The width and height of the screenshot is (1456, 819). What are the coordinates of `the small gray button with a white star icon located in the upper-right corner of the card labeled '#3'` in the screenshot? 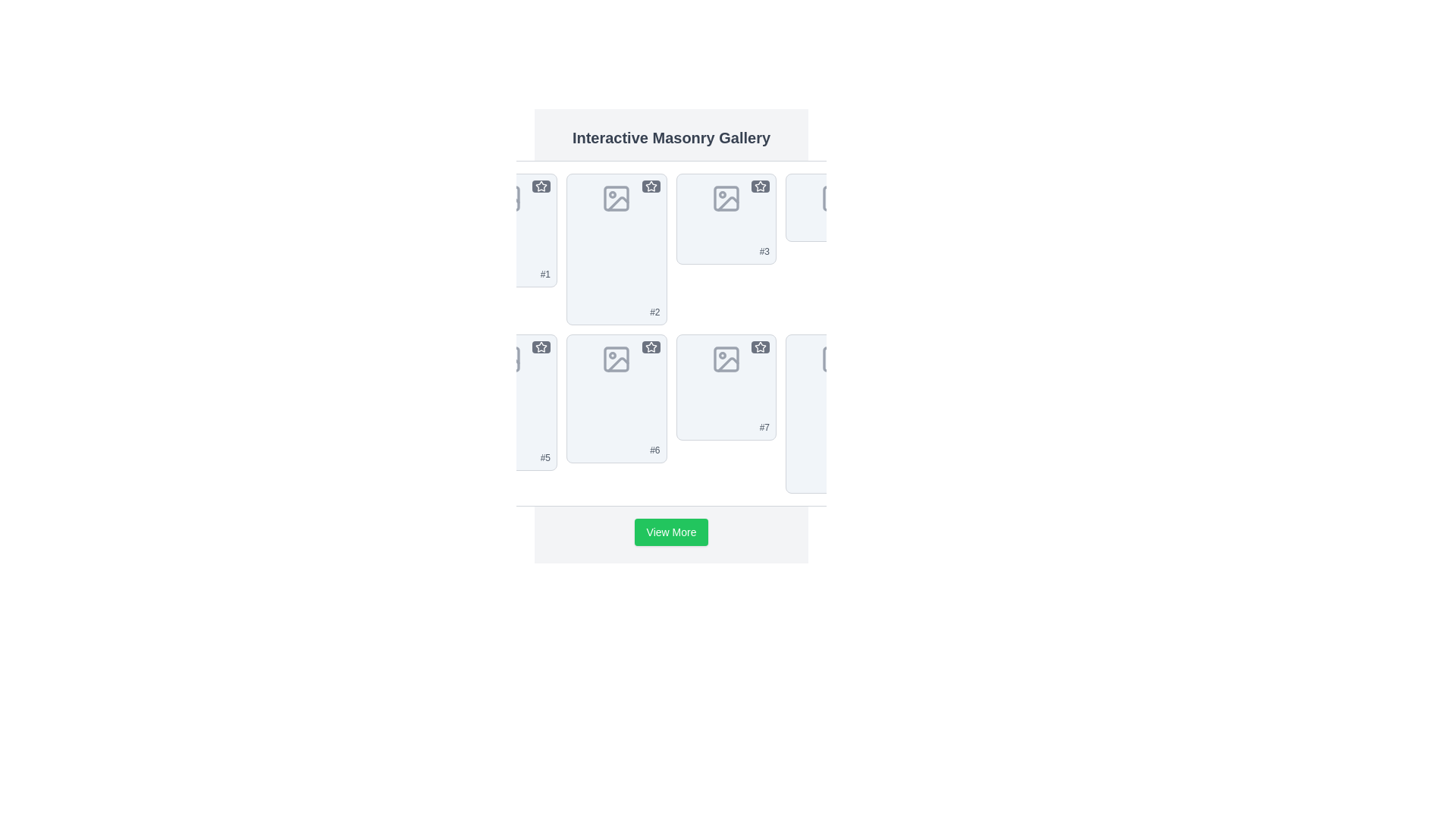 It's located at (761, 186).